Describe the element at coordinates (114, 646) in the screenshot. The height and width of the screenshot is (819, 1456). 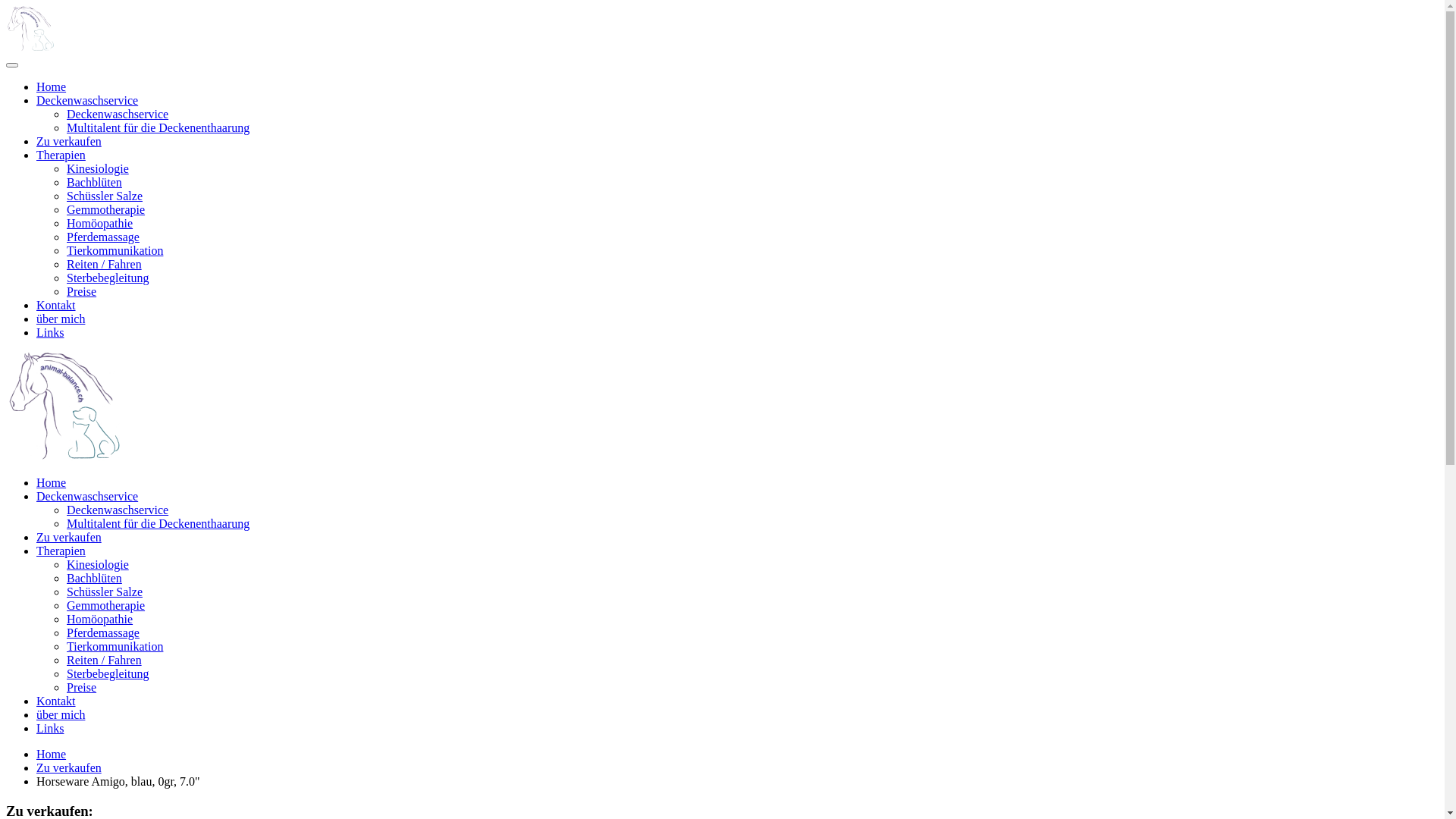
I see `'Tierkommunikation'` at that location.